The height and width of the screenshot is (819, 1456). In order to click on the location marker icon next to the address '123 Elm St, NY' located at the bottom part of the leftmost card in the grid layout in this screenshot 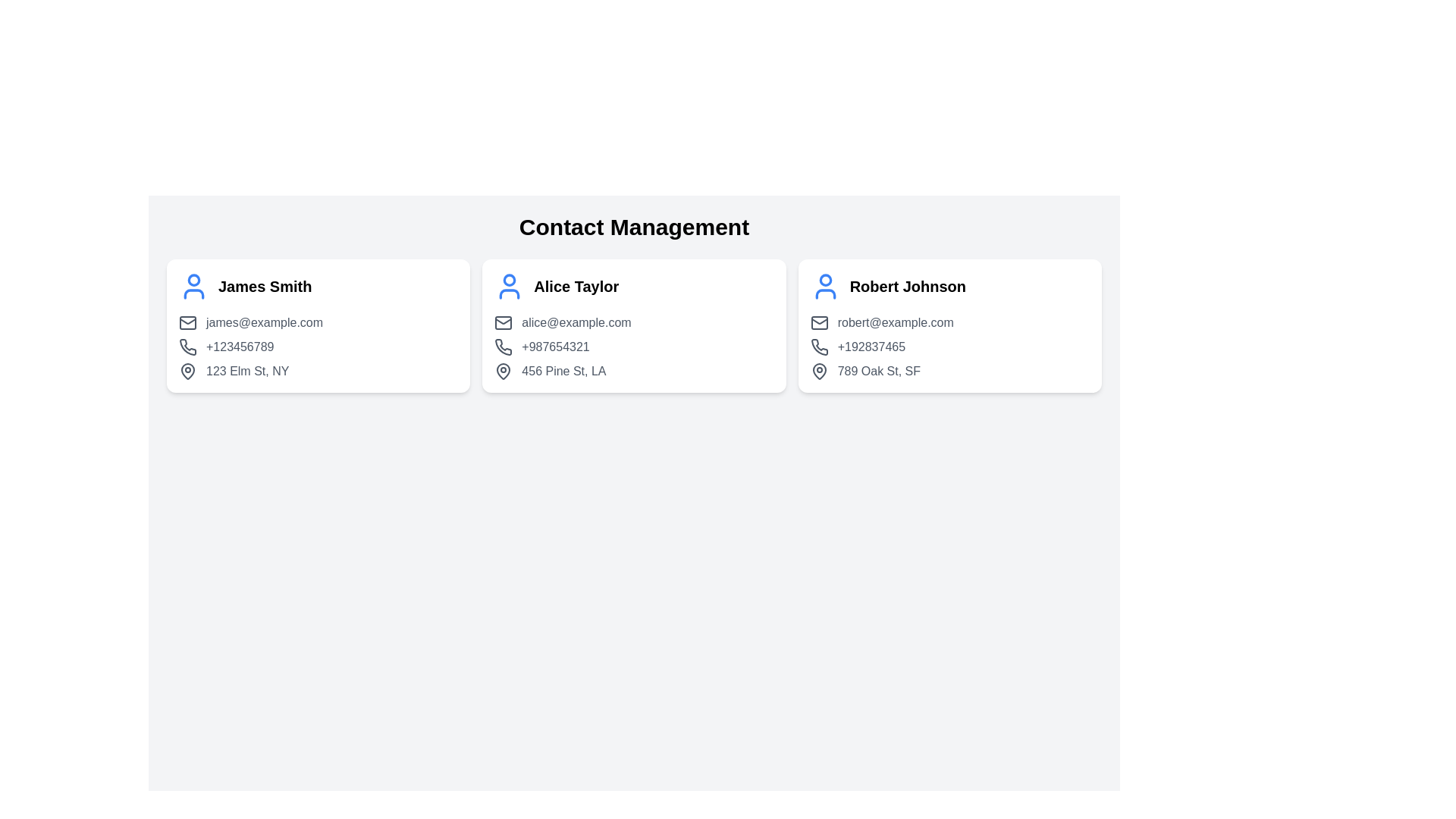, I will do `click(187, 371)`.